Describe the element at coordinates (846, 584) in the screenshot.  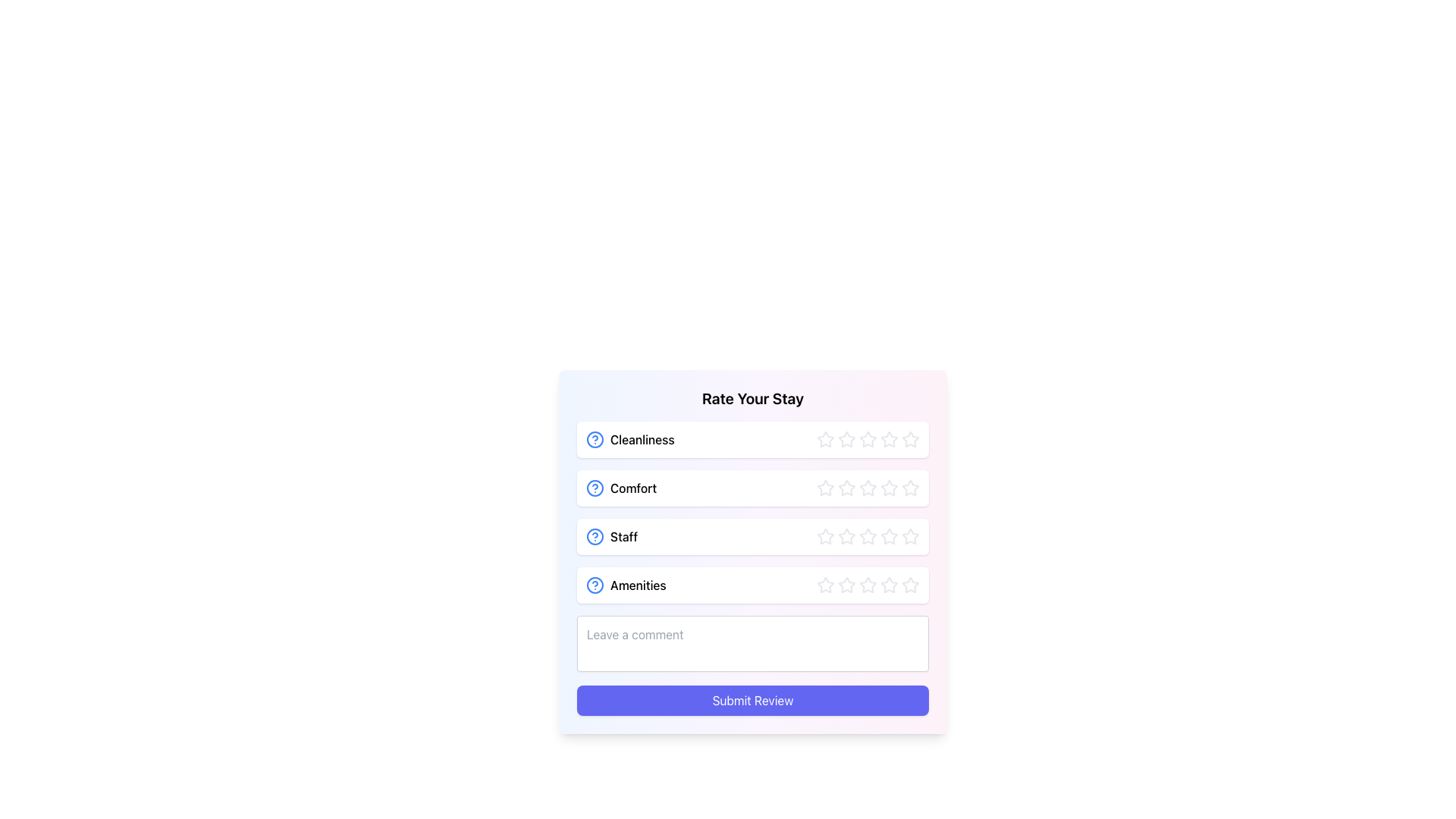
I see `the first star in the 'Amenities' rating section` at that location.